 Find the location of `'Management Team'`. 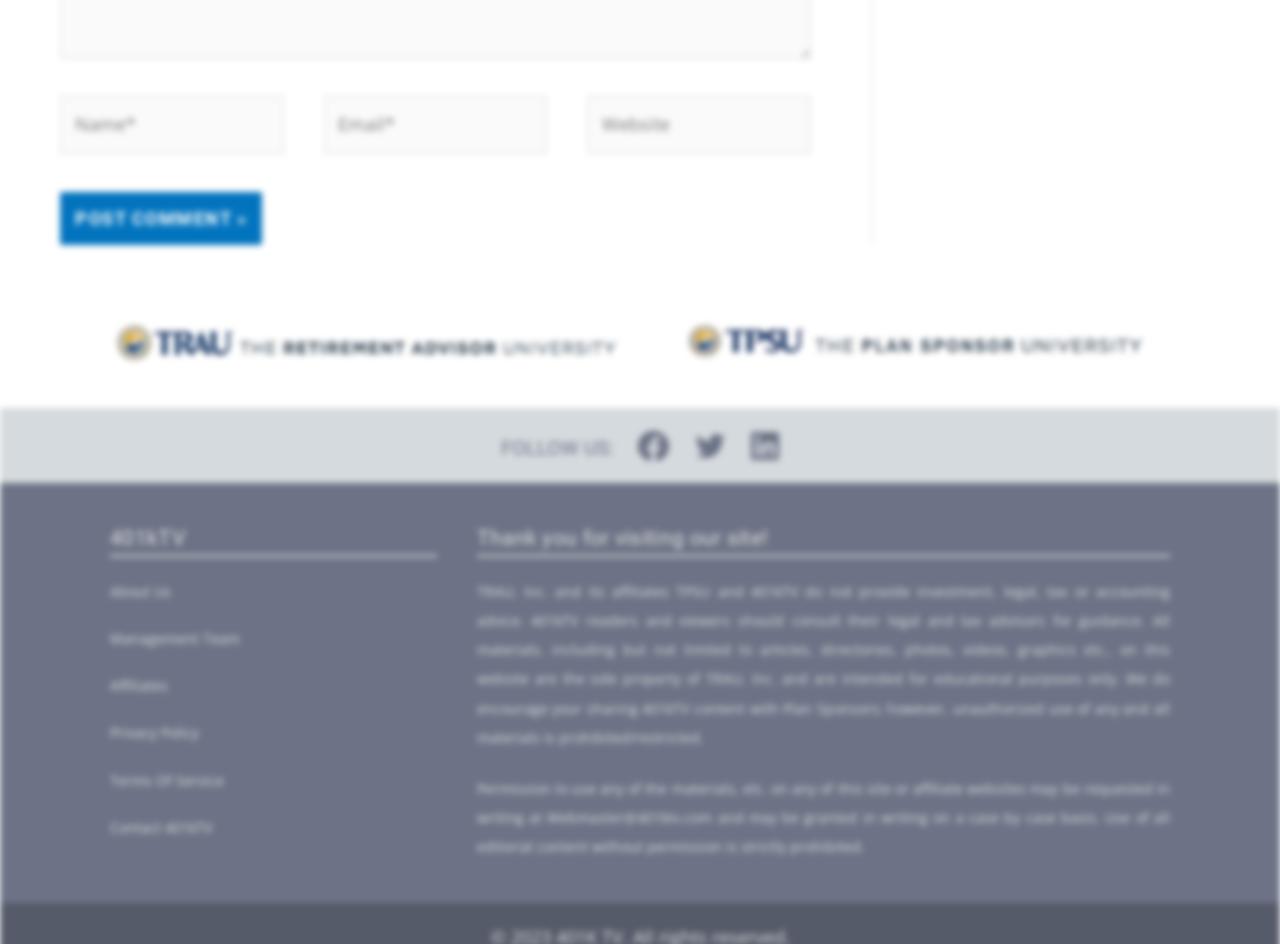

'Management Team' is located at coordinates (108, 637).